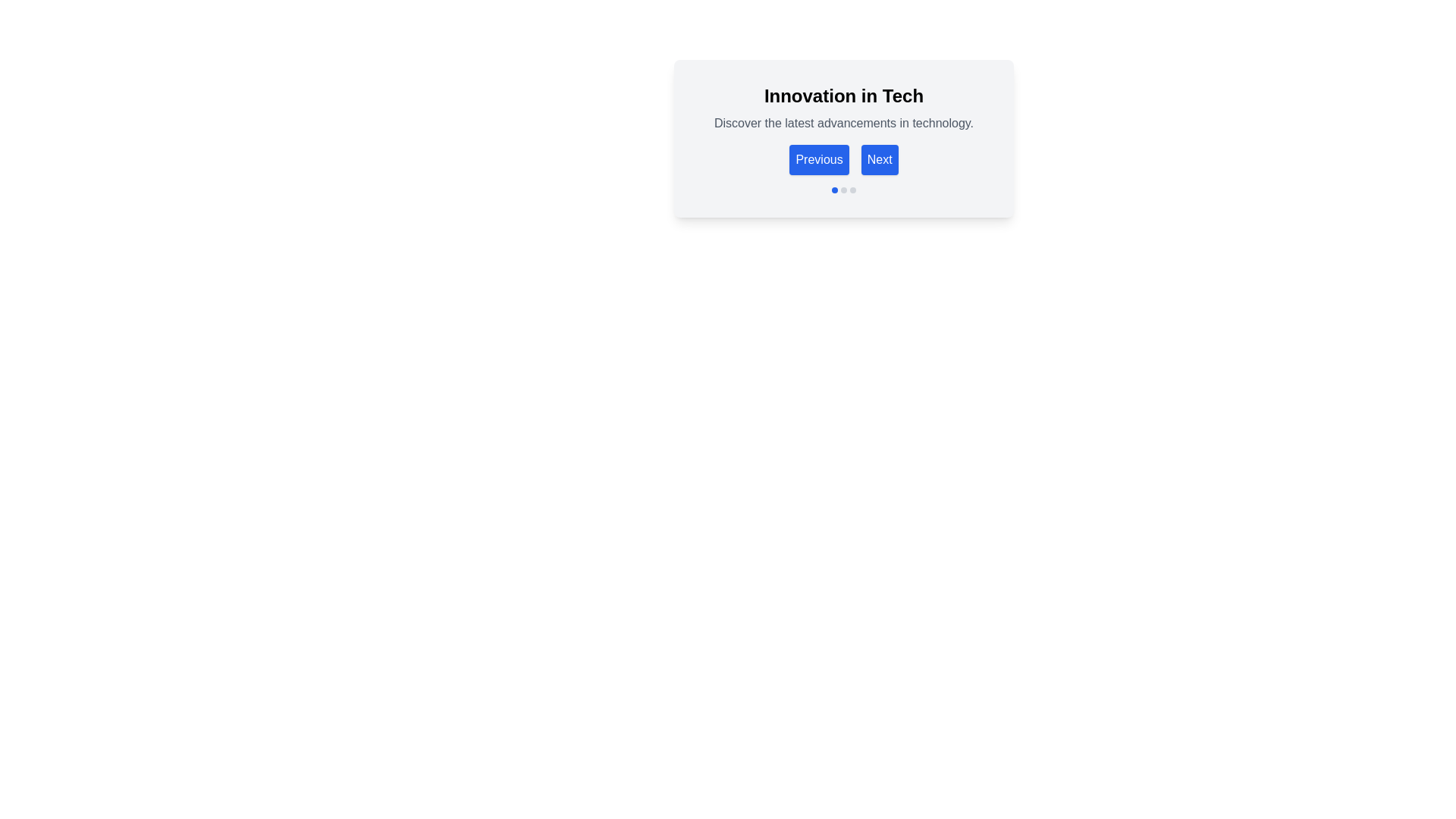 Image resolution: width=1456 pixels, height=819 pixels. What do you see at coordinates (880, 160) in the screenshot?
I see `the rectangular 'Next' button with white text on a blue background` at bounding box center [880, 160].